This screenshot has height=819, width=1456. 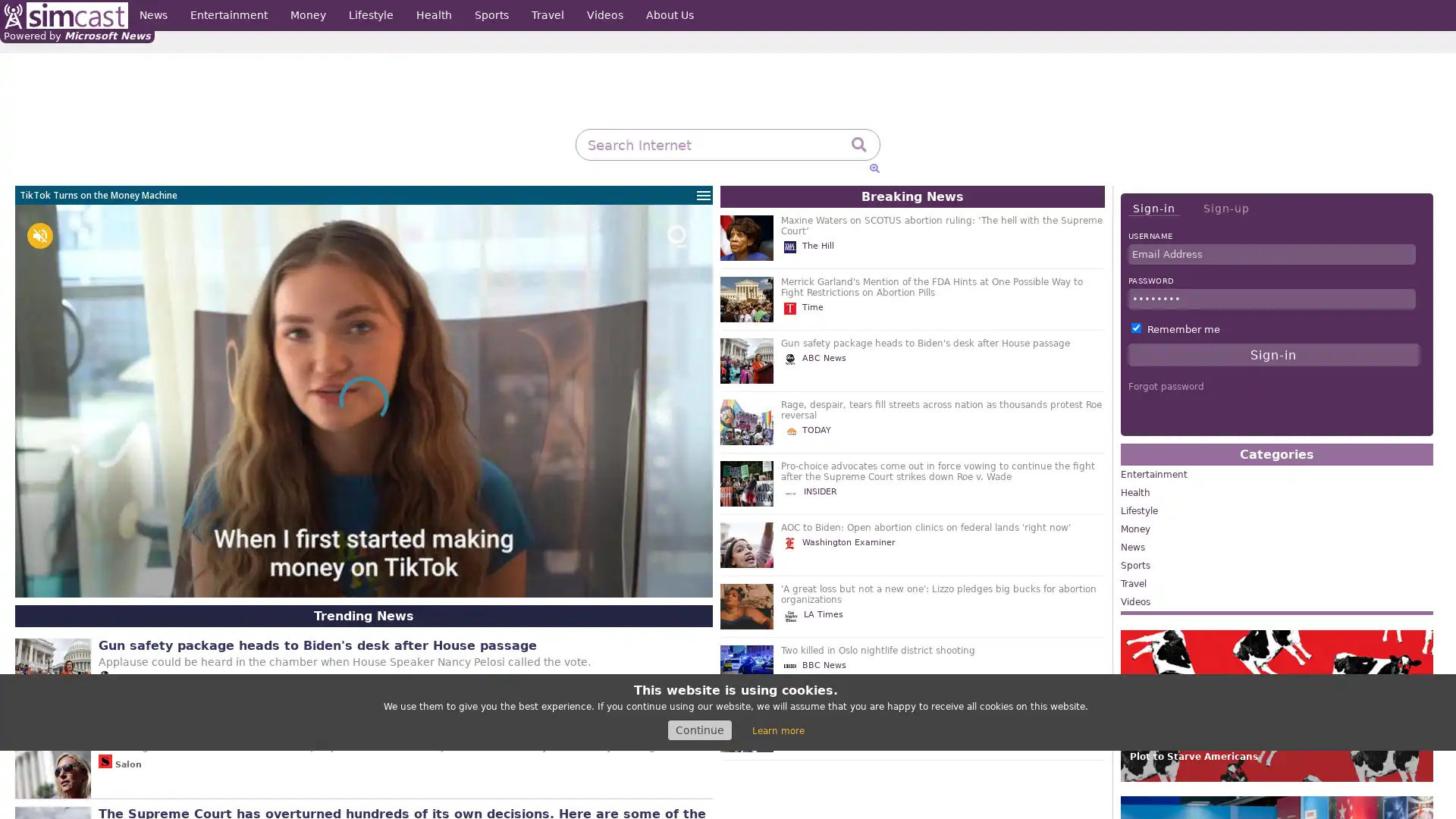 What do you see at coordinates (698, 730) in the screenshot?
I see `Continue` at bounding box center [698, 730].